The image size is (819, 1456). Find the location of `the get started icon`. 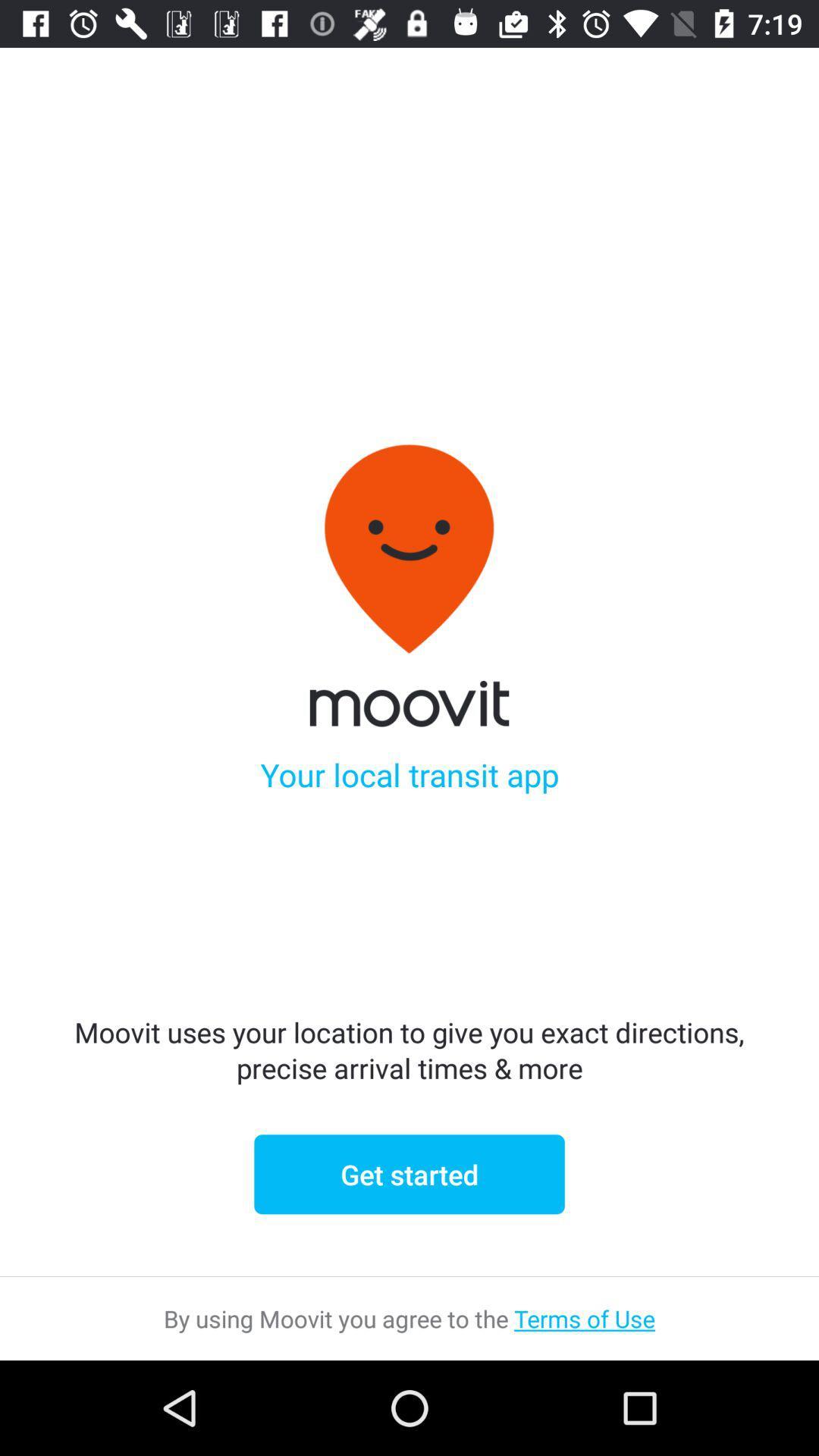

the get started icon is located at coordinates (409, 1173).